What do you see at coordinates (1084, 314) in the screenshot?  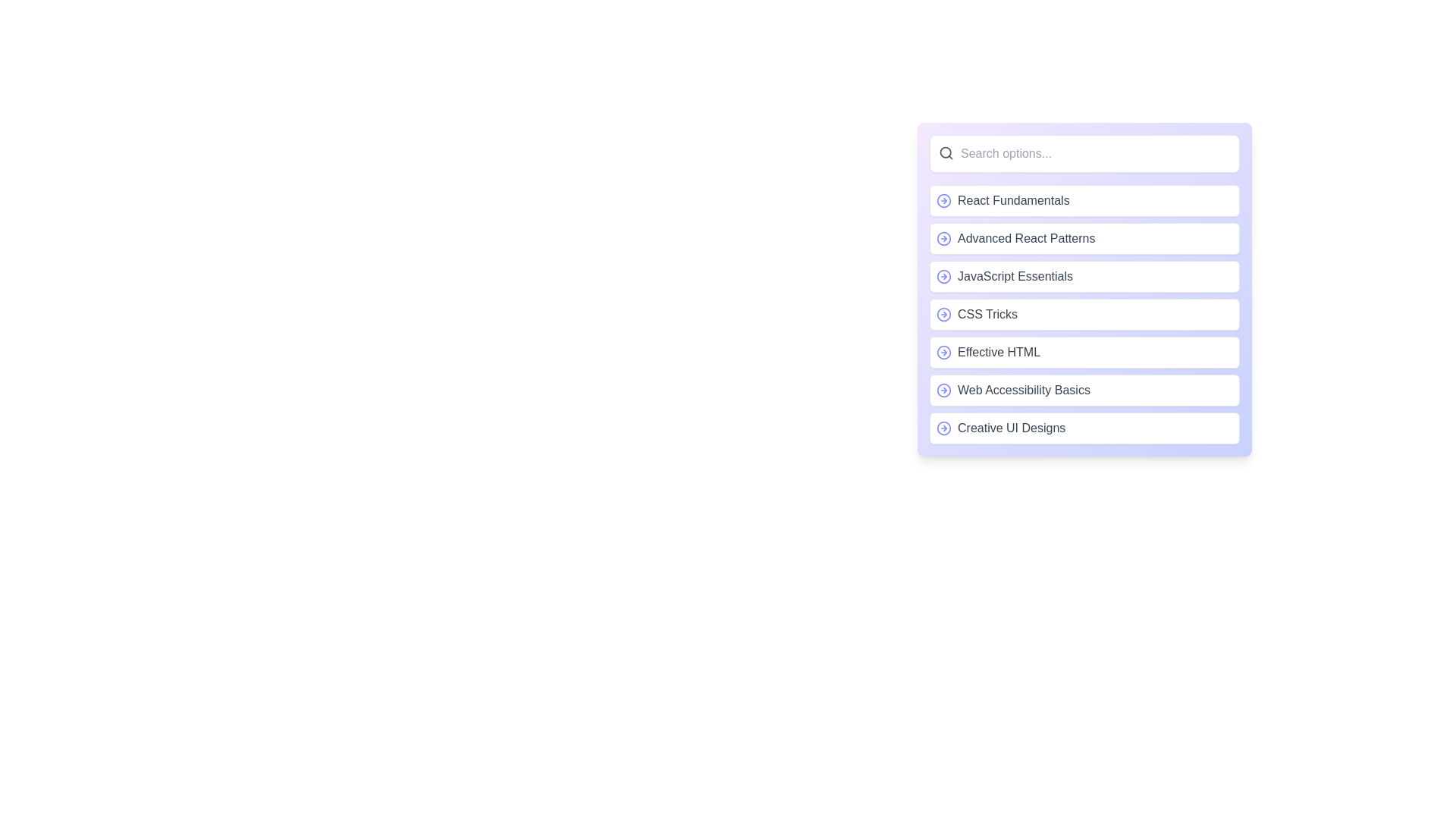 I see `the button labeled 'CSS Tricks' with a light-purple background and an indigo arrow icon` at bounding box center [1084, 314].